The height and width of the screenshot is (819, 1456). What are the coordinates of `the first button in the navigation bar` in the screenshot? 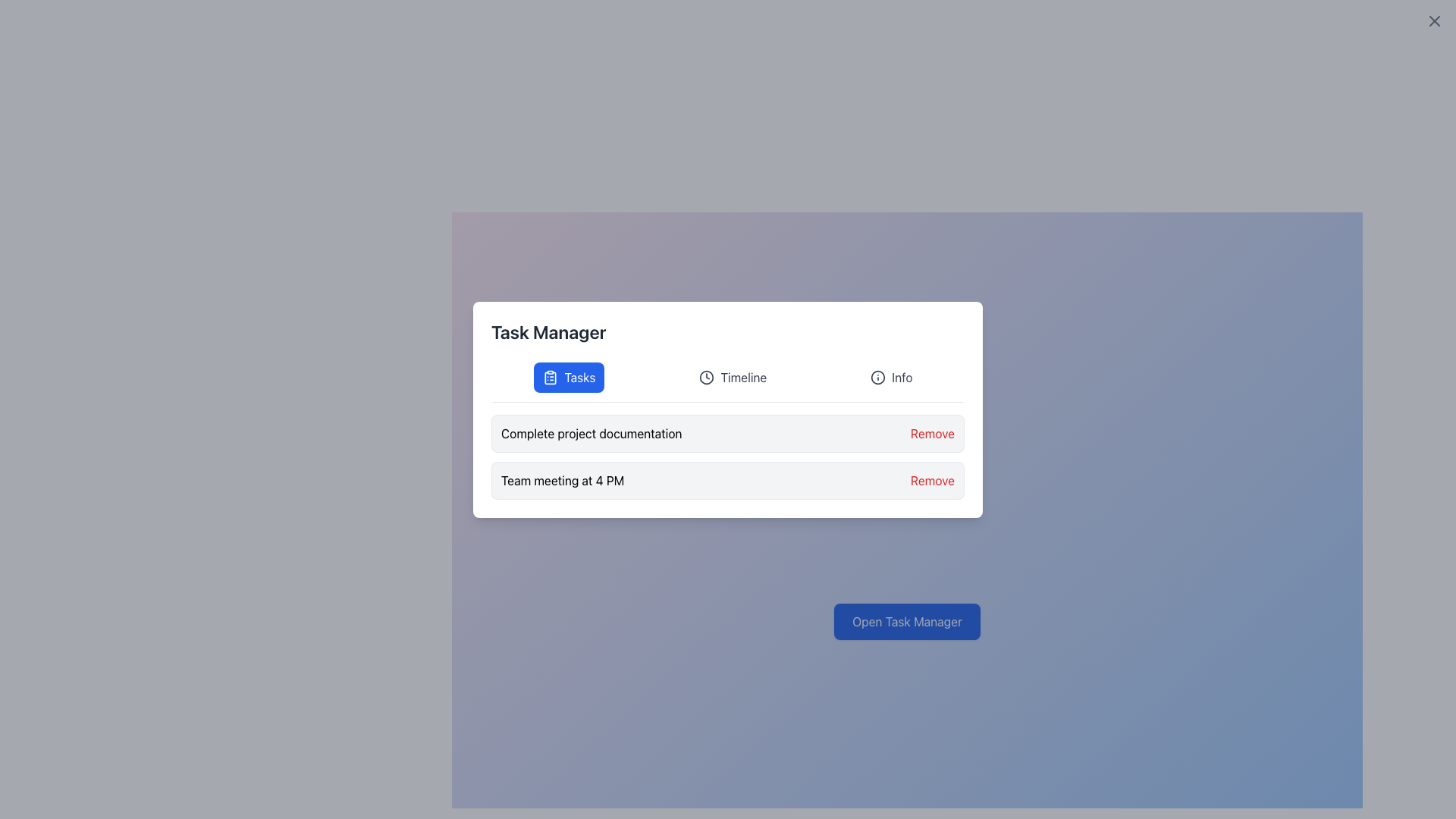 It's located at (568, 376).